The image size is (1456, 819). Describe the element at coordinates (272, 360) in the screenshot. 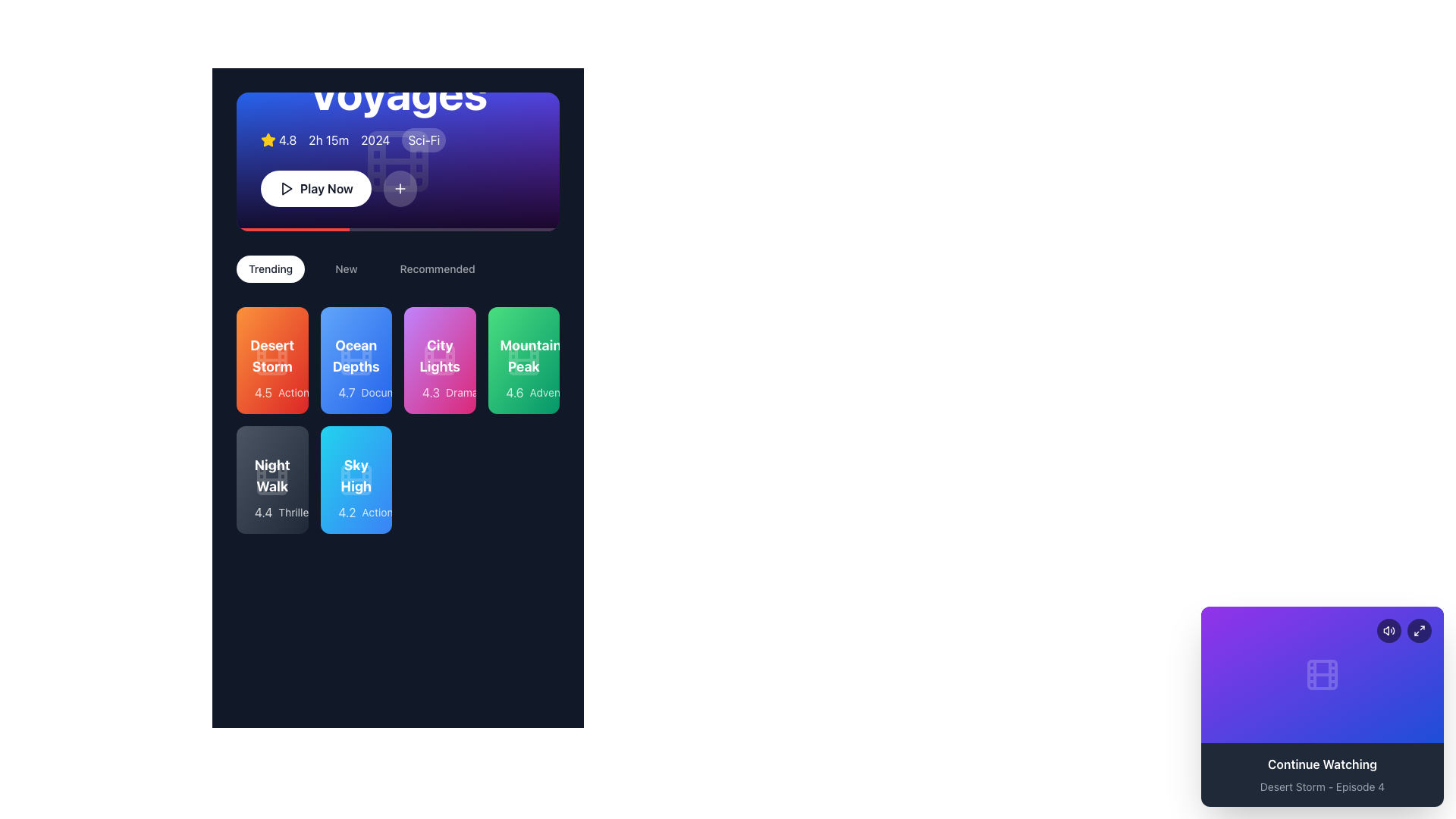

I see `the 'Desert Storm' movie card located in the first row and first column of the grid` at that location.